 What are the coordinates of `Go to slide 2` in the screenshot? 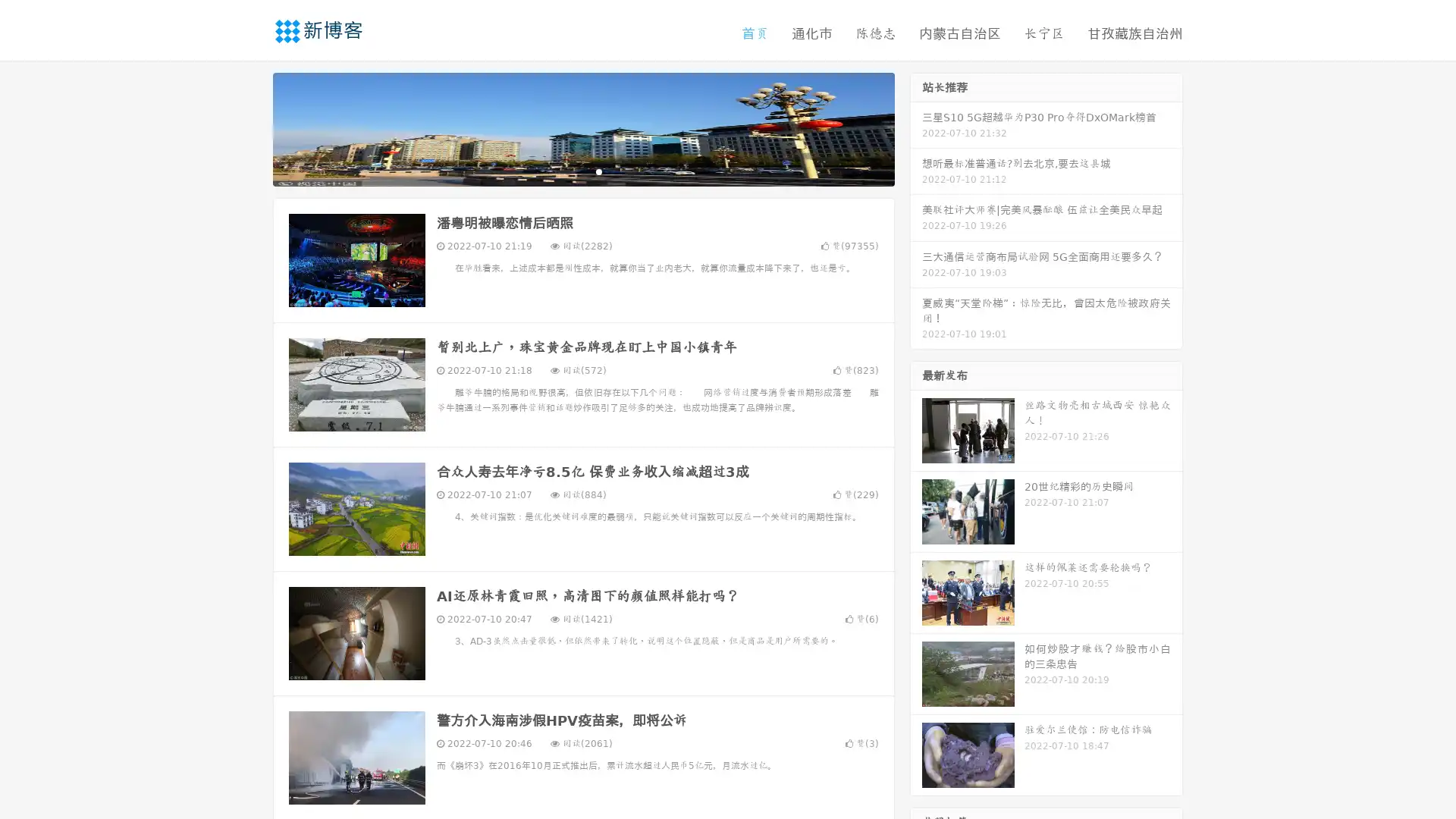 It's located at (582, 171).